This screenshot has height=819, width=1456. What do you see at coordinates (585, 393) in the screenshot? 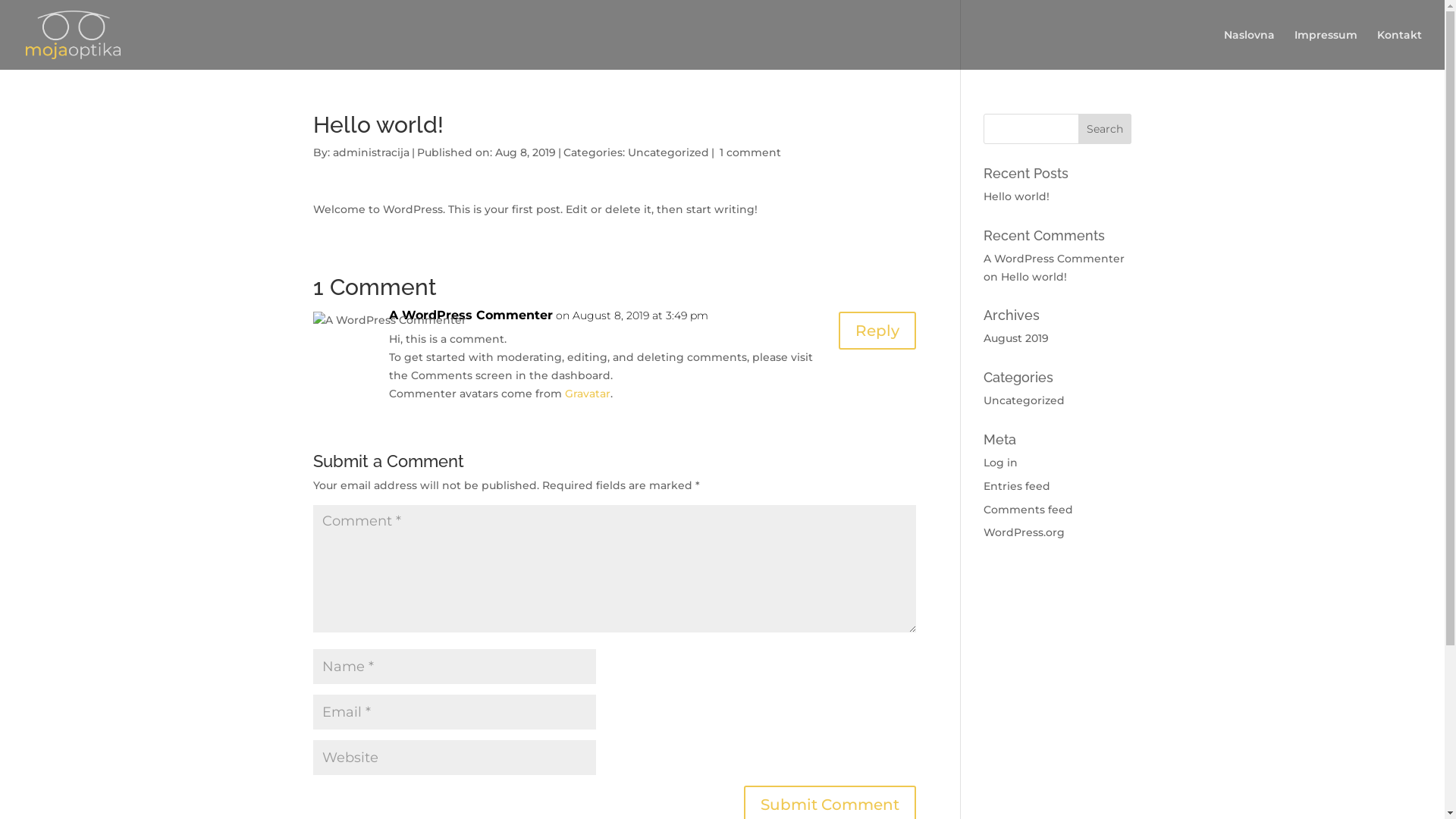
I see `'Gravatar'` at bounding box center [585, 393].